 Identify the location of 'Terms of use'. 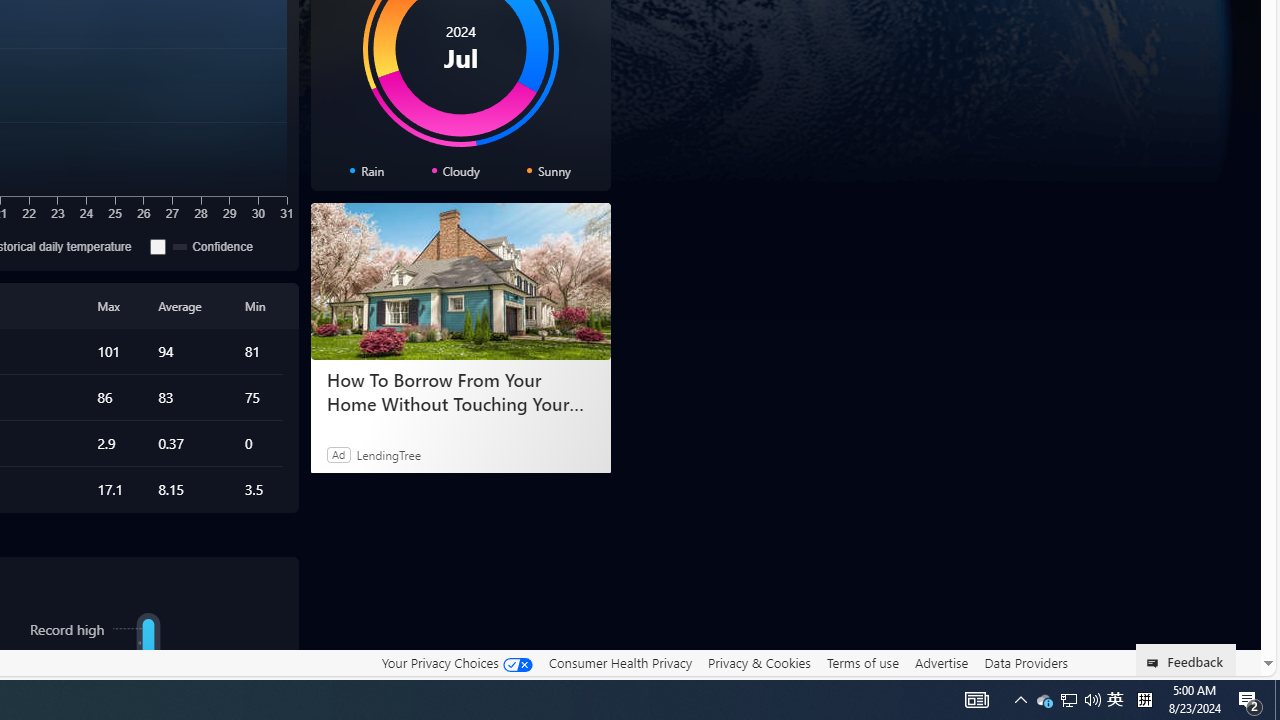
(862, 663).